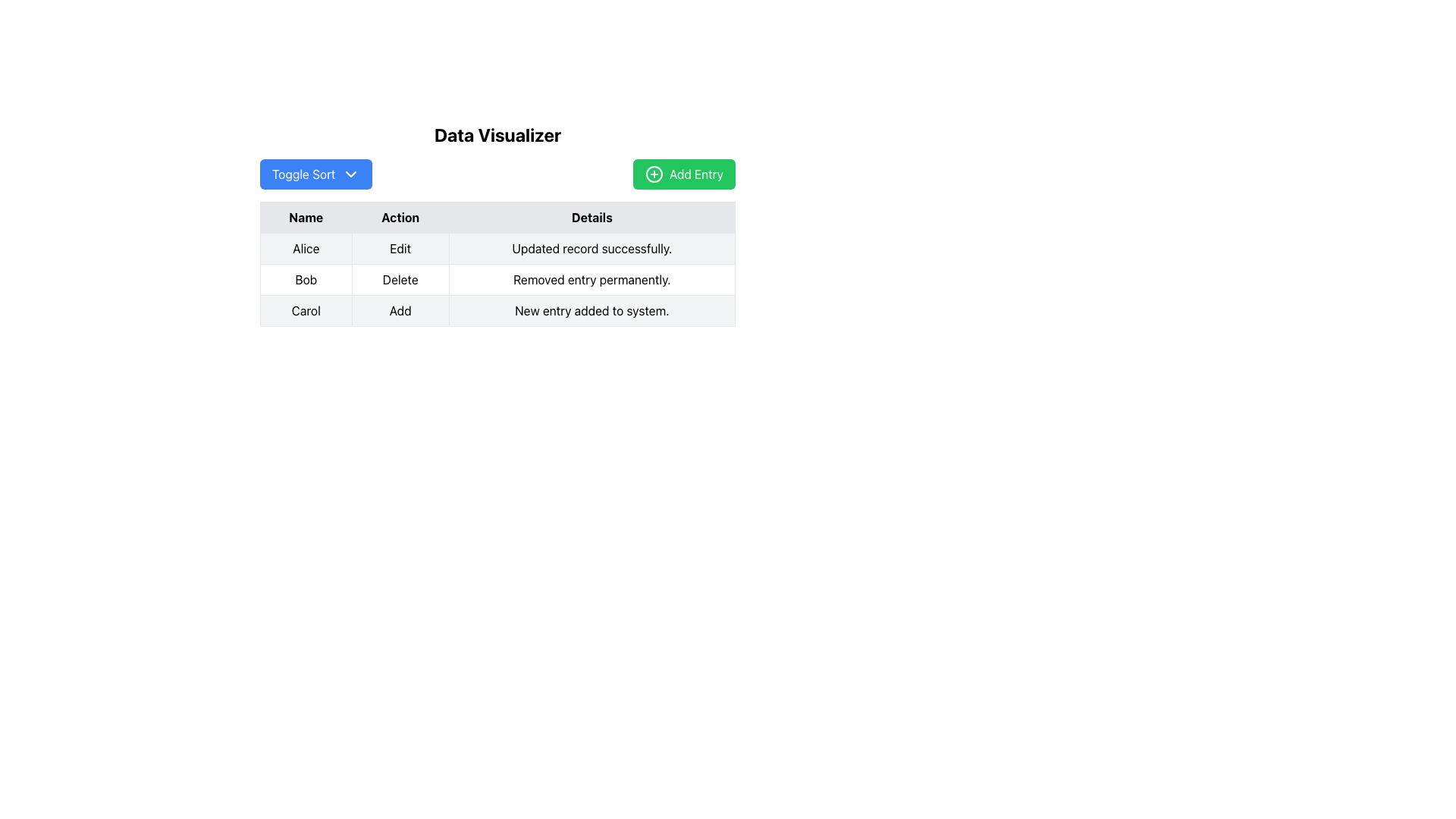  Describe the element at coordinates (683, 174) in the screenshot. I see `the green button labeled 'Add Entry' with a white '+' icon` at that location.